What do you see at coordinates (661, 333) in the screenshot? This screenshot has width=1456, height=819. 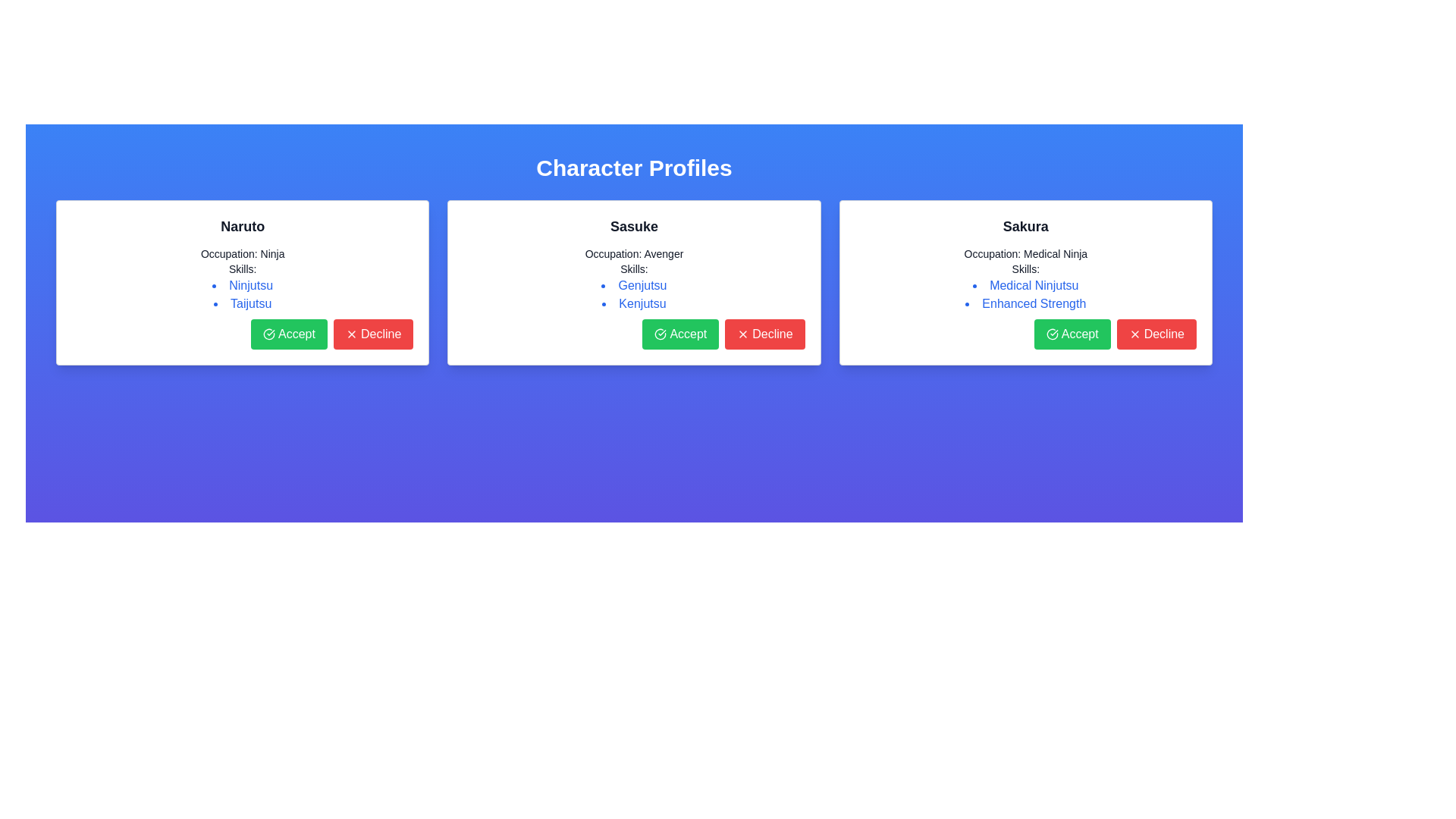 I see `the circular icon with a green checkmark located in the center of the 'Accept' button under the name 'Sasuke'` at bounding box center [661, 333].